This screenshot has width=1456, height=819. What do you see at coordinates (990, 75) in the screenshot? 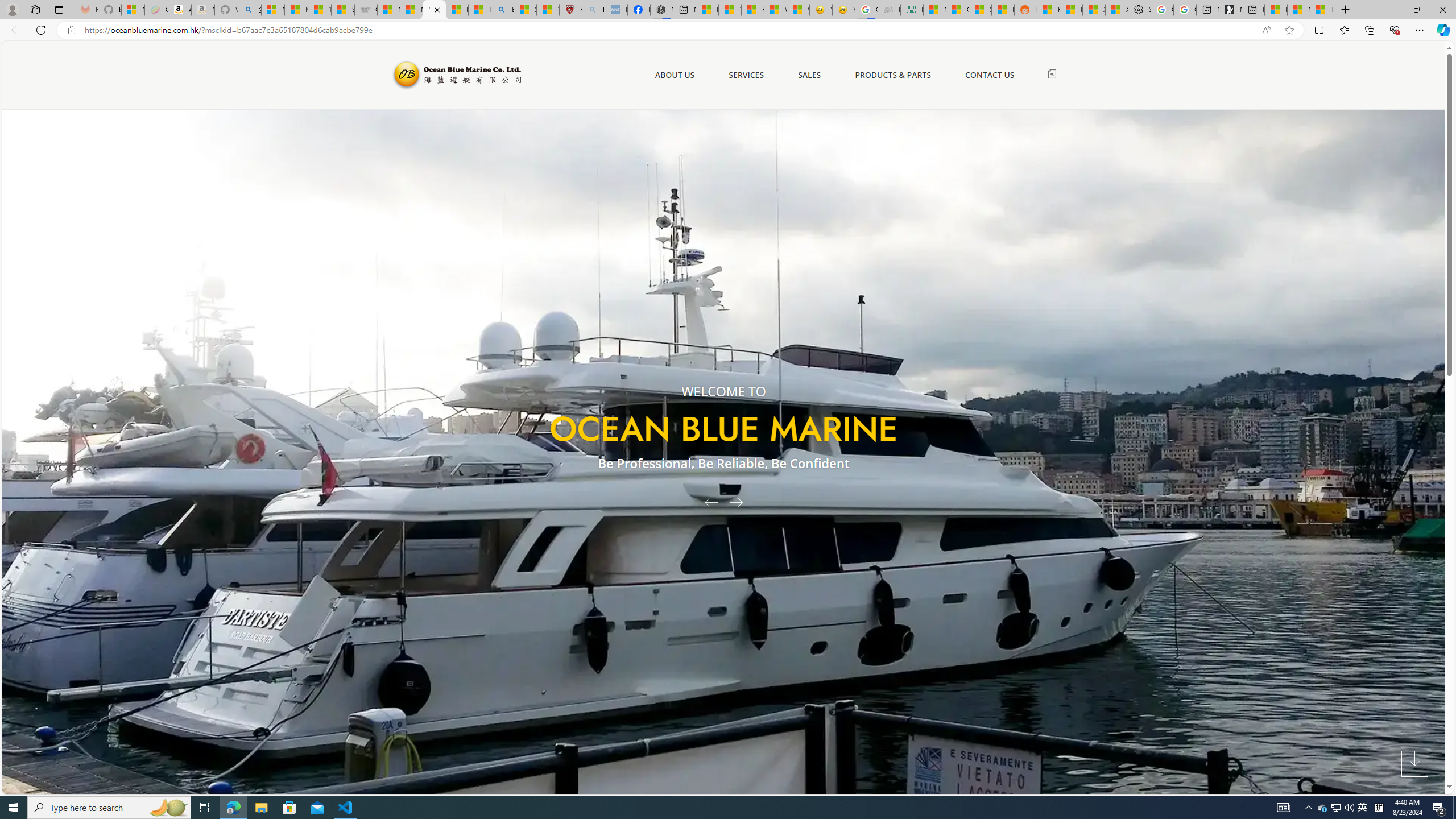
I see `'CONTACT US'` at bounding box center [990, 75].